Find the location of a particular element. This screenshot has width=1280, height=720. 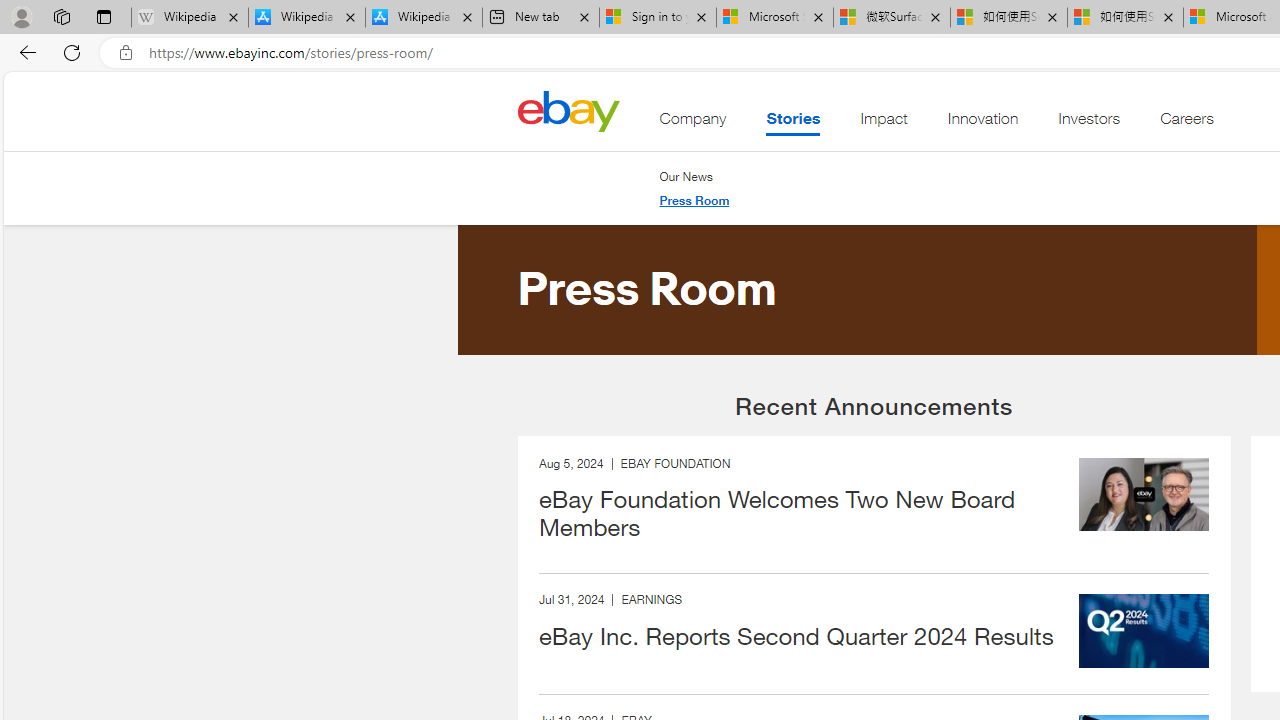

'Press Room' is located at coordinates (694, 201).